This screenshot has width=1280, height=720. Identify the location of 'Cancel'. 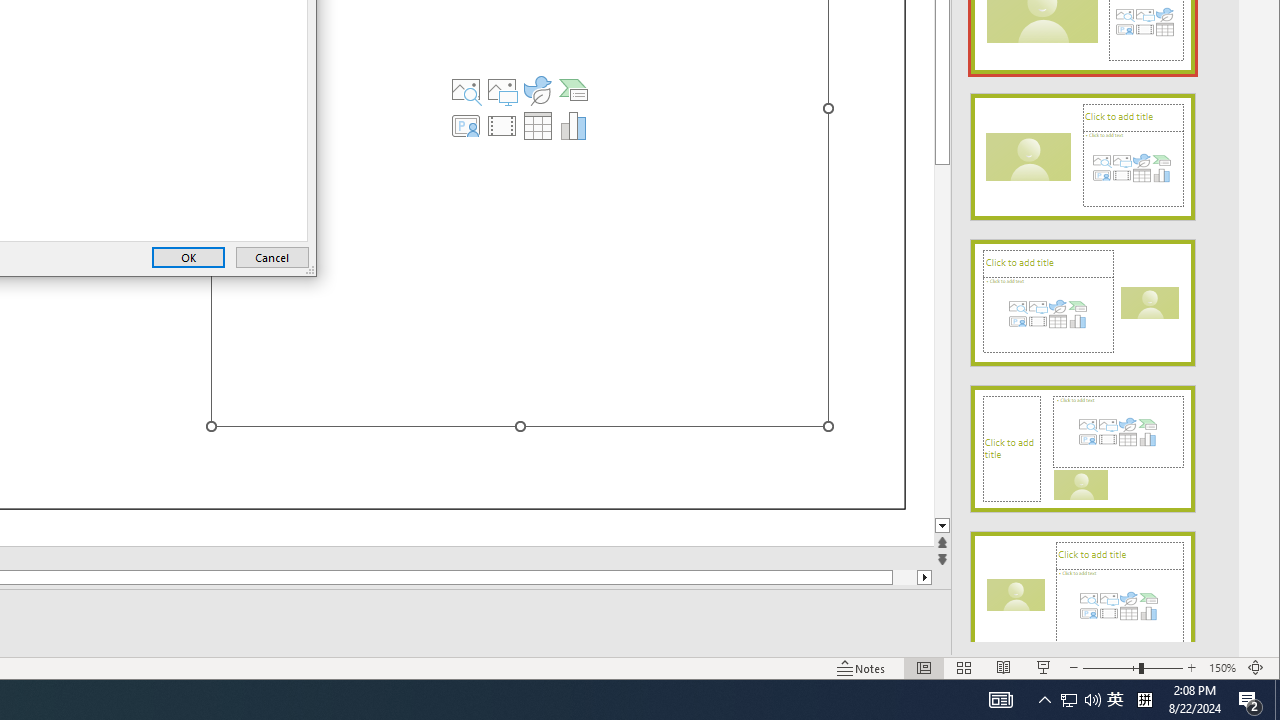
(271, 256).